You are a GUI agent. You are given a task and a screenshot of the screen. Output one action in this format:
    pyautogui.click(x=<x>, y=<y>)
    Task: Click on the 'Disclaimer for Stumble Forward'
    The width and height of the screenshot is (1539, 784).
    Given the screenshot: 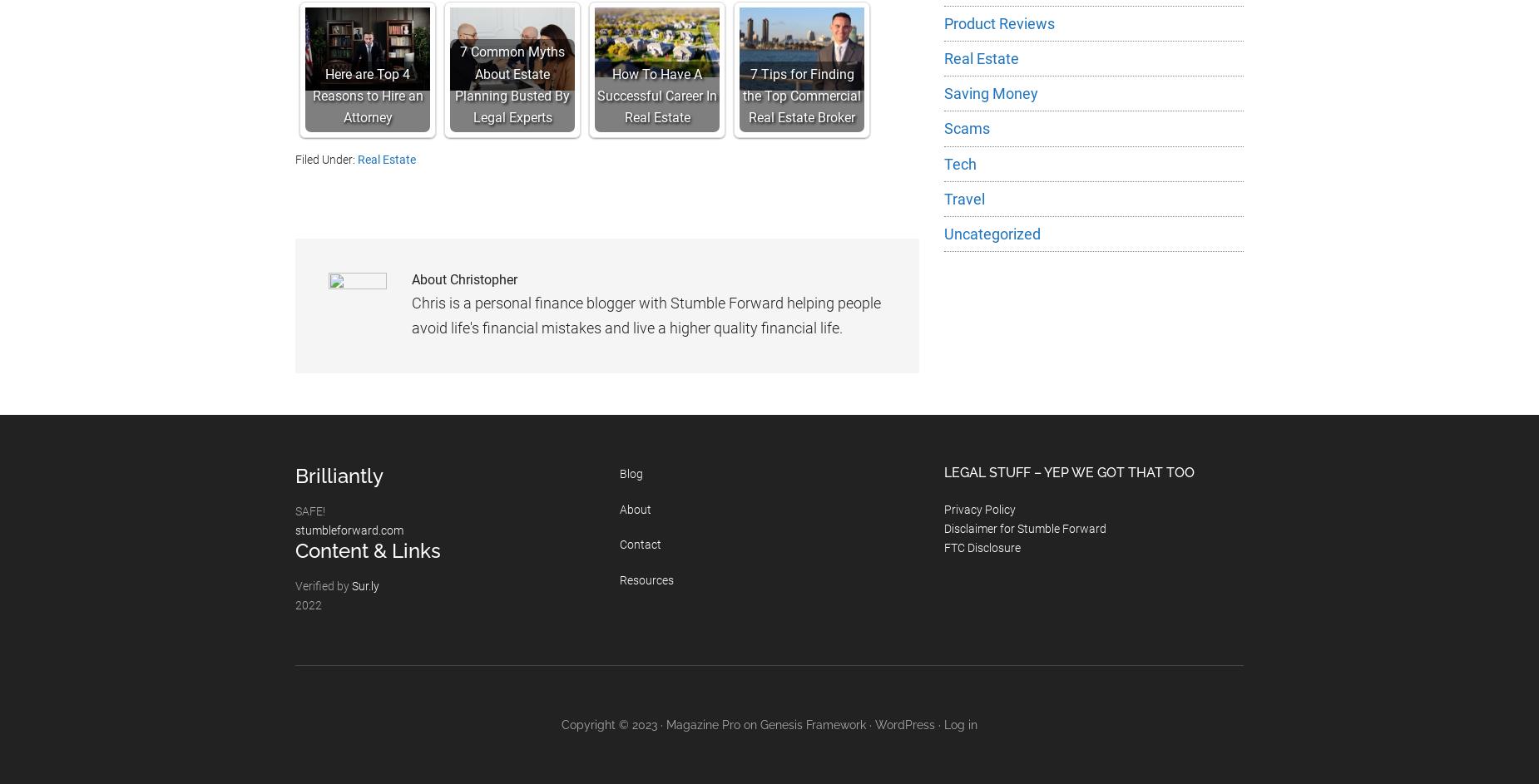 What is the action you would take?
    pyautogui.click(x=943, y=528)
    